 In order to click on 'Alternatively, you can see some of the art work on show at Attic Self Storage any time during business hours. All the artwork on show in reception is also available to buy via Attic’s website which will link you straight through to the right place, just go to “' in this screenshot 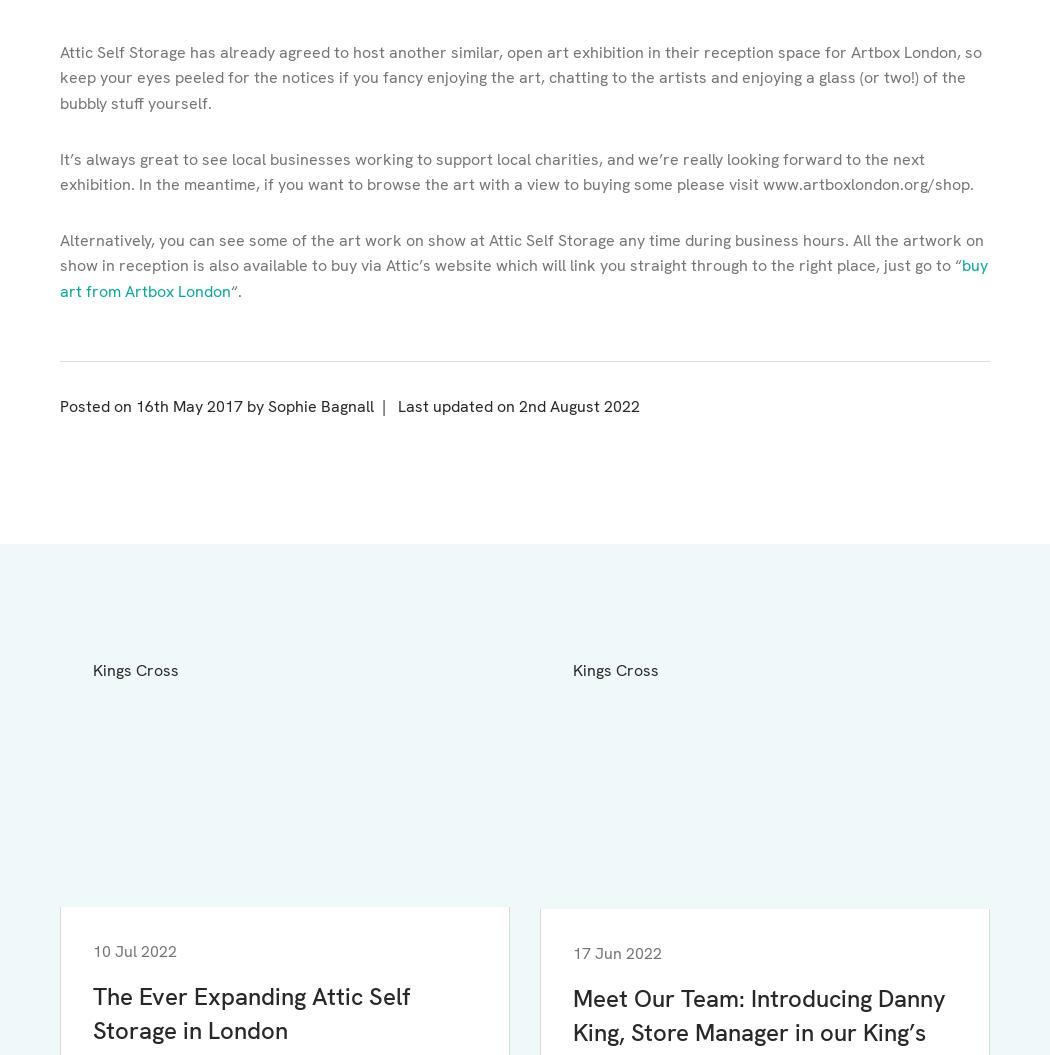, I will do `click(520, 252)`.